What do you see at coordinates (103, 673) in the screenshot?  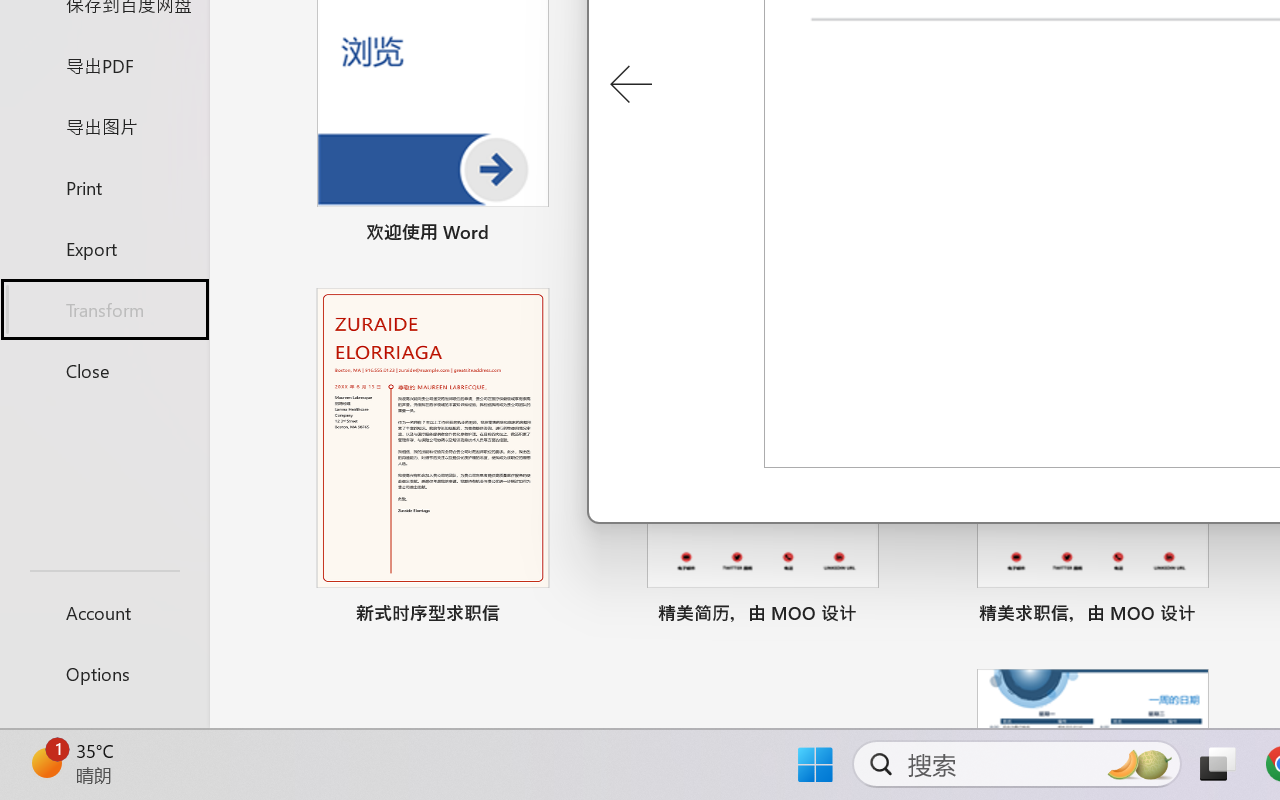 I see `'Options'` at bounding box center [103, 673].